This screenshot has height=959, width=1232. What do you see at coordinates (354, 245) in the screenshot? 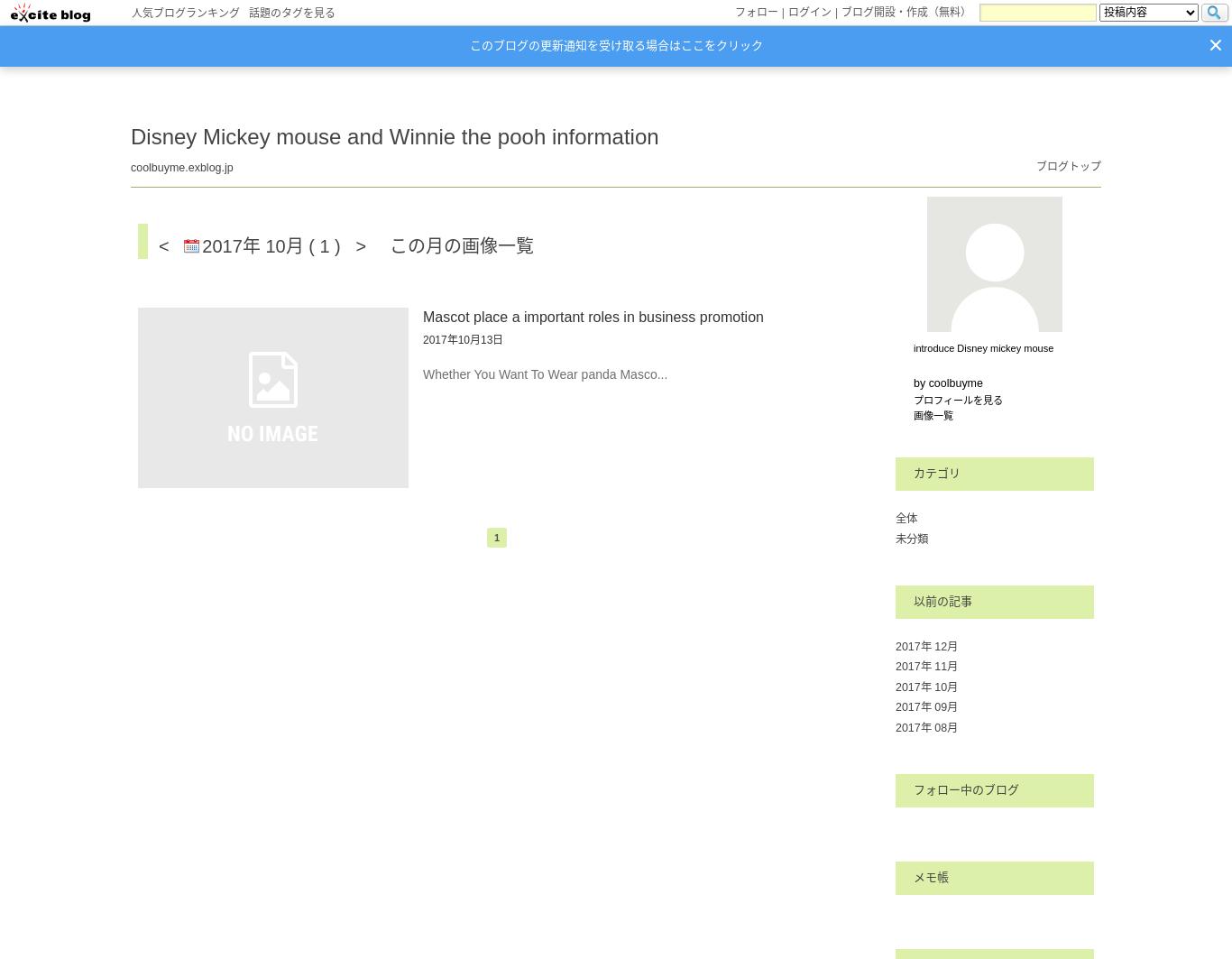
I see `'>'` at bounding box center [354, 245].